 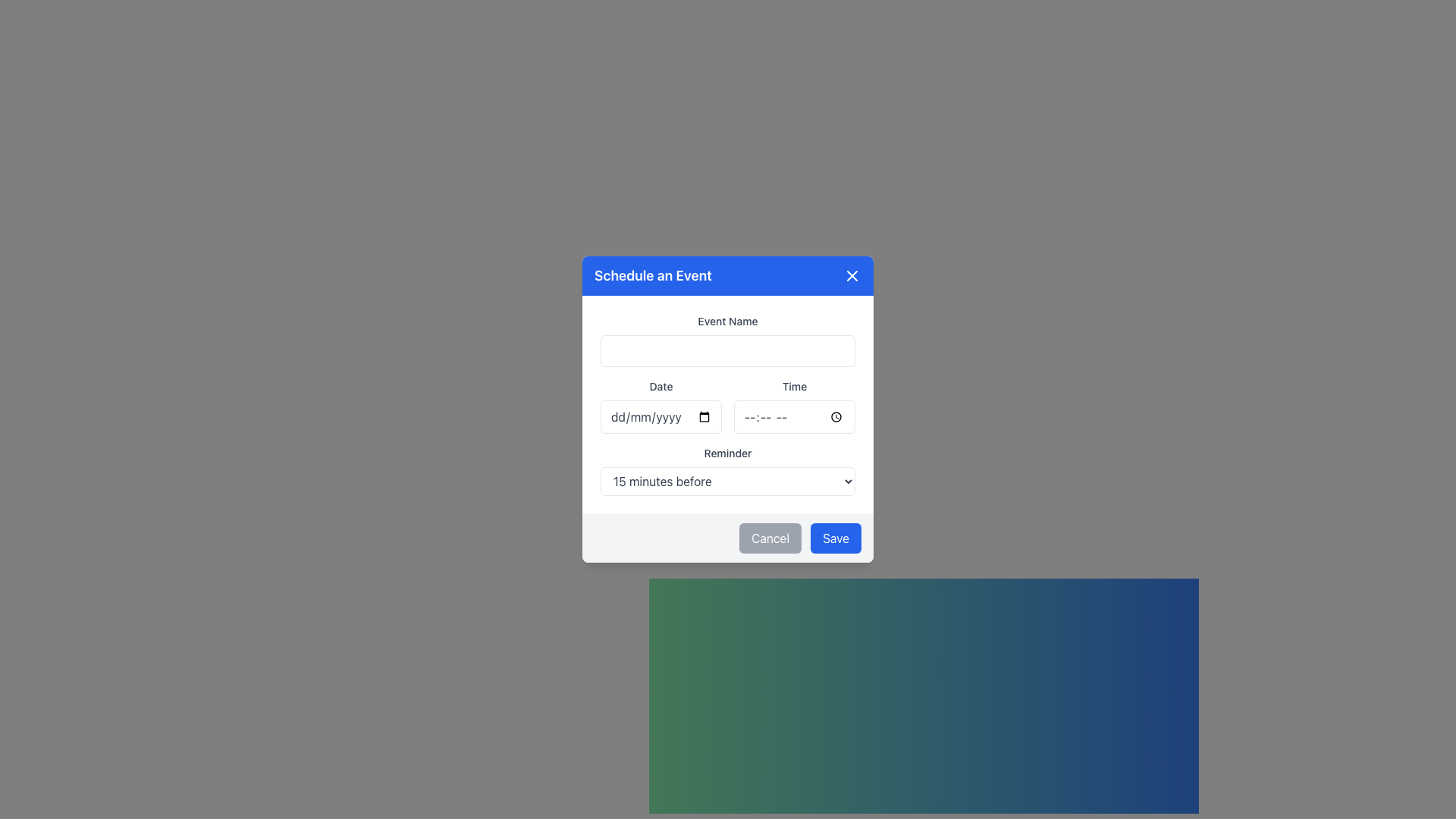 What do you see at coordinates (728, 470) in the screenshot?
I see `the 'Reminder' dropdown menu` at bounding box center [728, 470].